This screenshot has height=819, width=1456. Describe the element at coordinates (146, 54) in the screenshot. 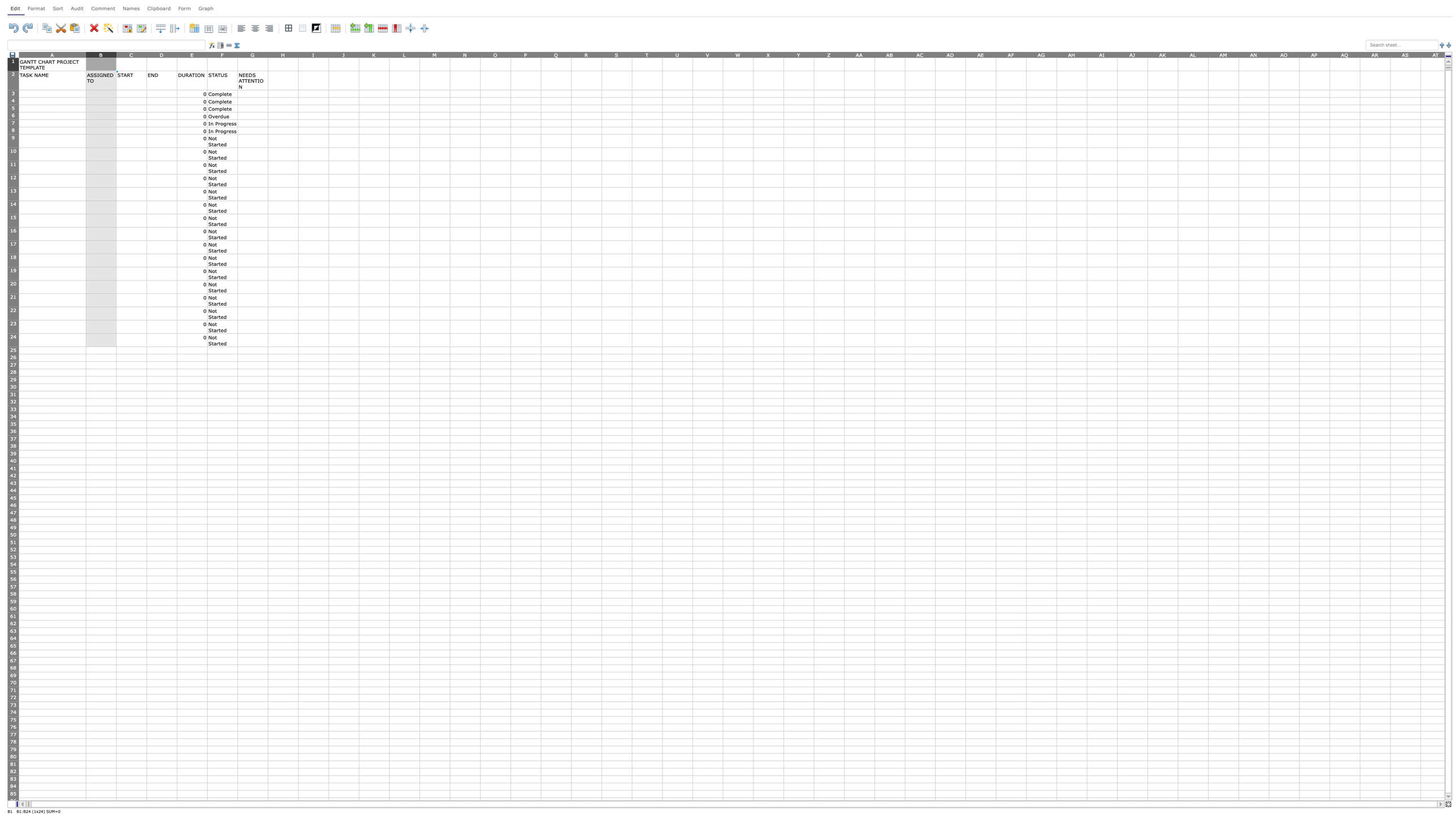

I see `the resize handle of column C` at that location.